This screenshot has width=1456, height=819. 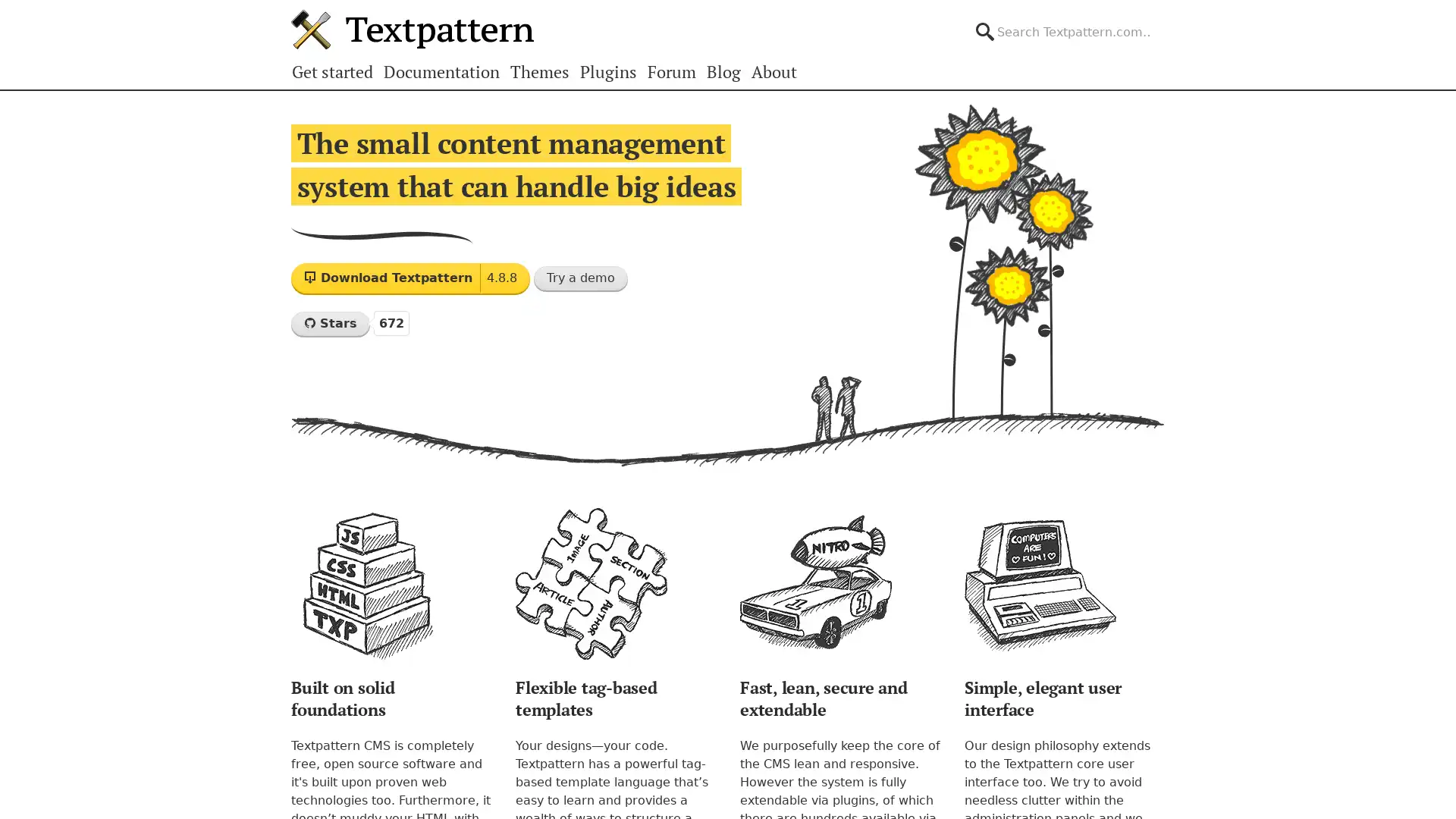 What do you see at coordinates (1163, 18) in the screenshot?
I see `Submit Search` at bounding box center [1163, 18].